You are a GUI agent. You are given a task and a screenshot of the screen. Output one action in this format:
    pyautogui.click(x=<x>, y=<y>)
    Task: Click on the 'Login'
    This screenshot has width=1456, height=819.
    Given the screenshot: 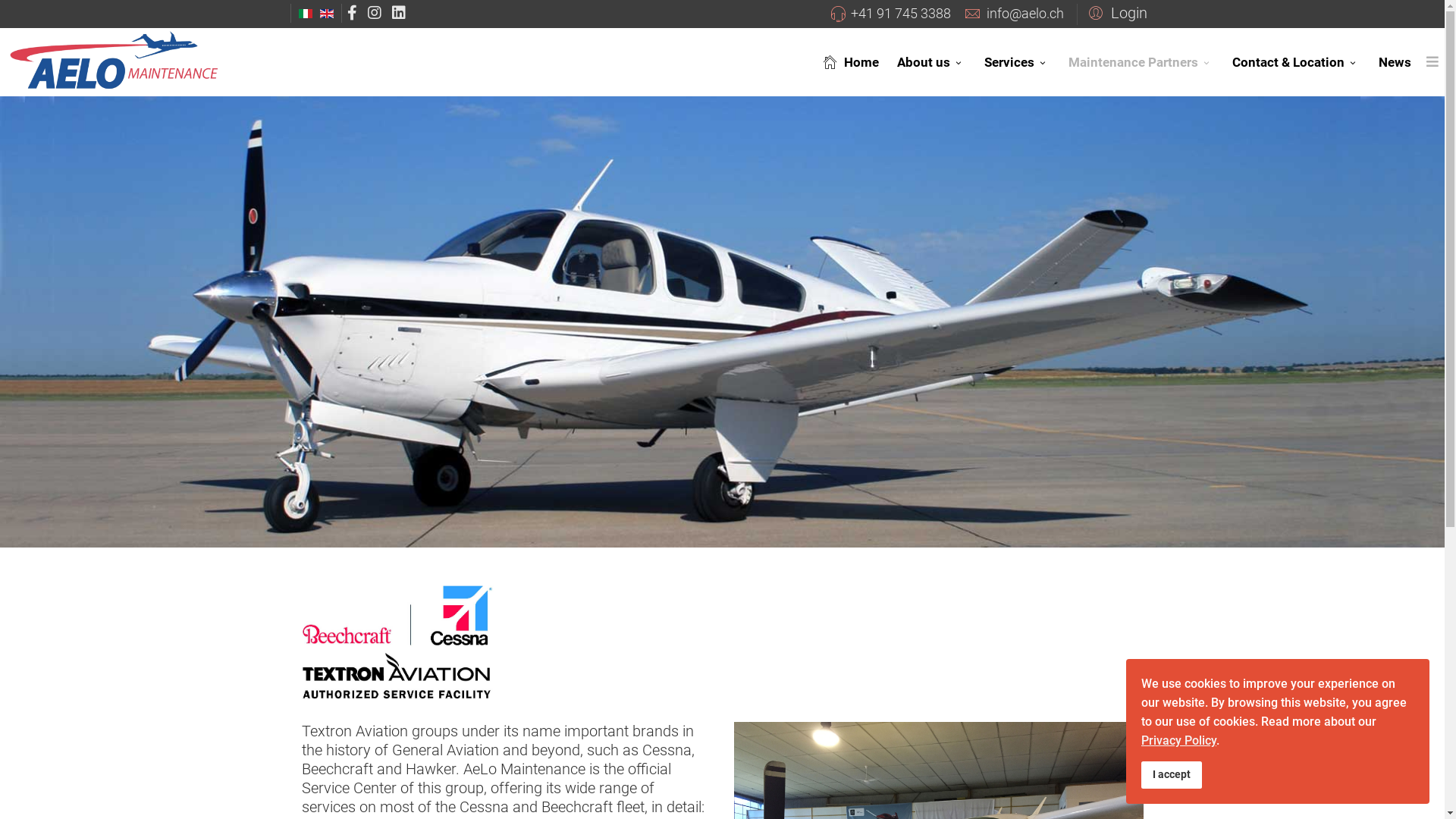 What is the action you would take?
    pyautogui.click(x=1076, y=11)
    